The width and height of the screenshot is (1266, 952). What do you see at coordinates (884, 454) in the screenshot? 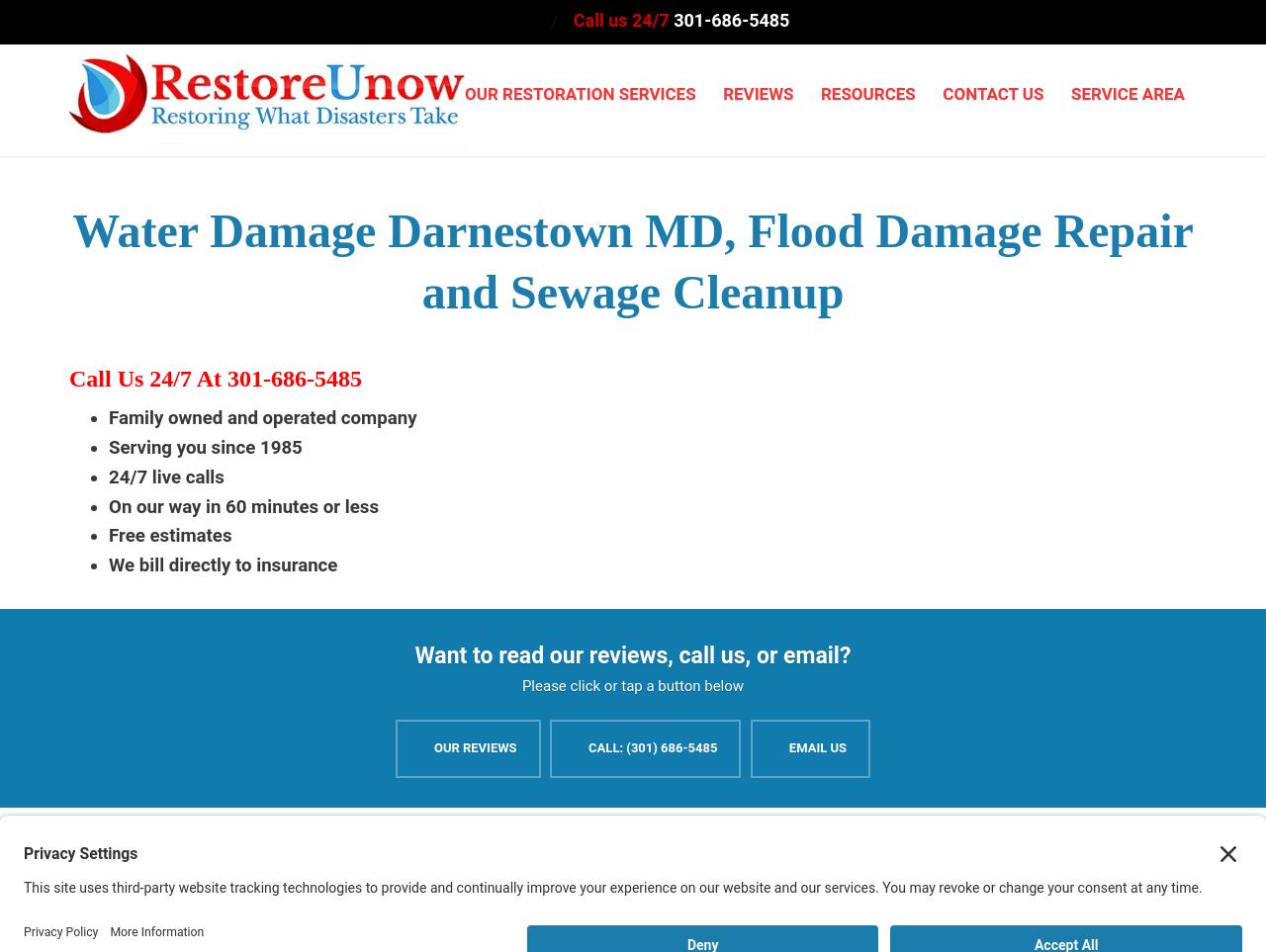
I see `'Commercial Sewage Damage Restoration'` at bounding box center [884, 454].